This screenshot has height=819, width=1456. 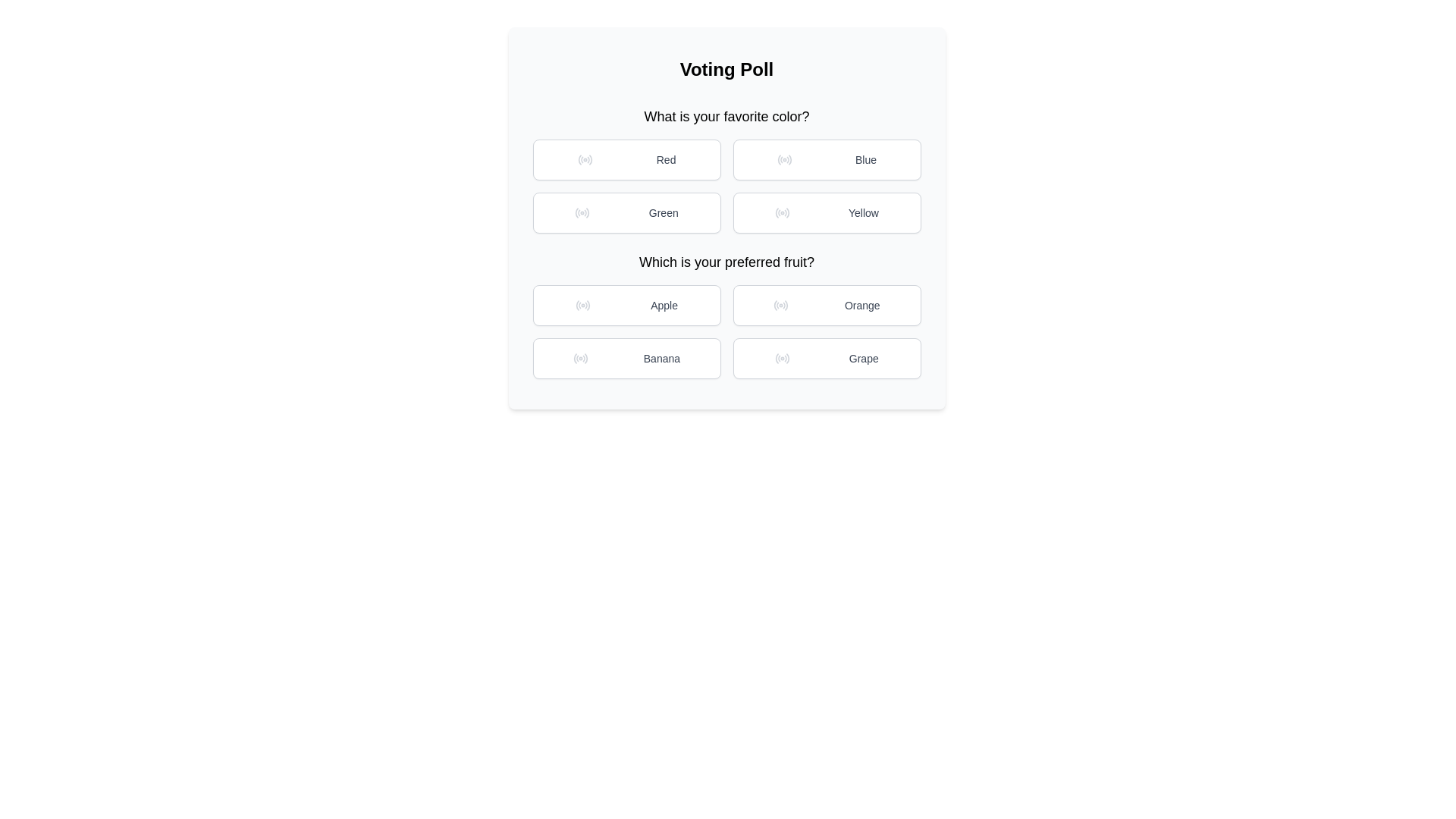 What do you see at coordinates (626, 359) in the screenshot?
I see `the selectable item with a radio button labeled 'Banana' to observe the hover effect` at bounding box center [626, 359].